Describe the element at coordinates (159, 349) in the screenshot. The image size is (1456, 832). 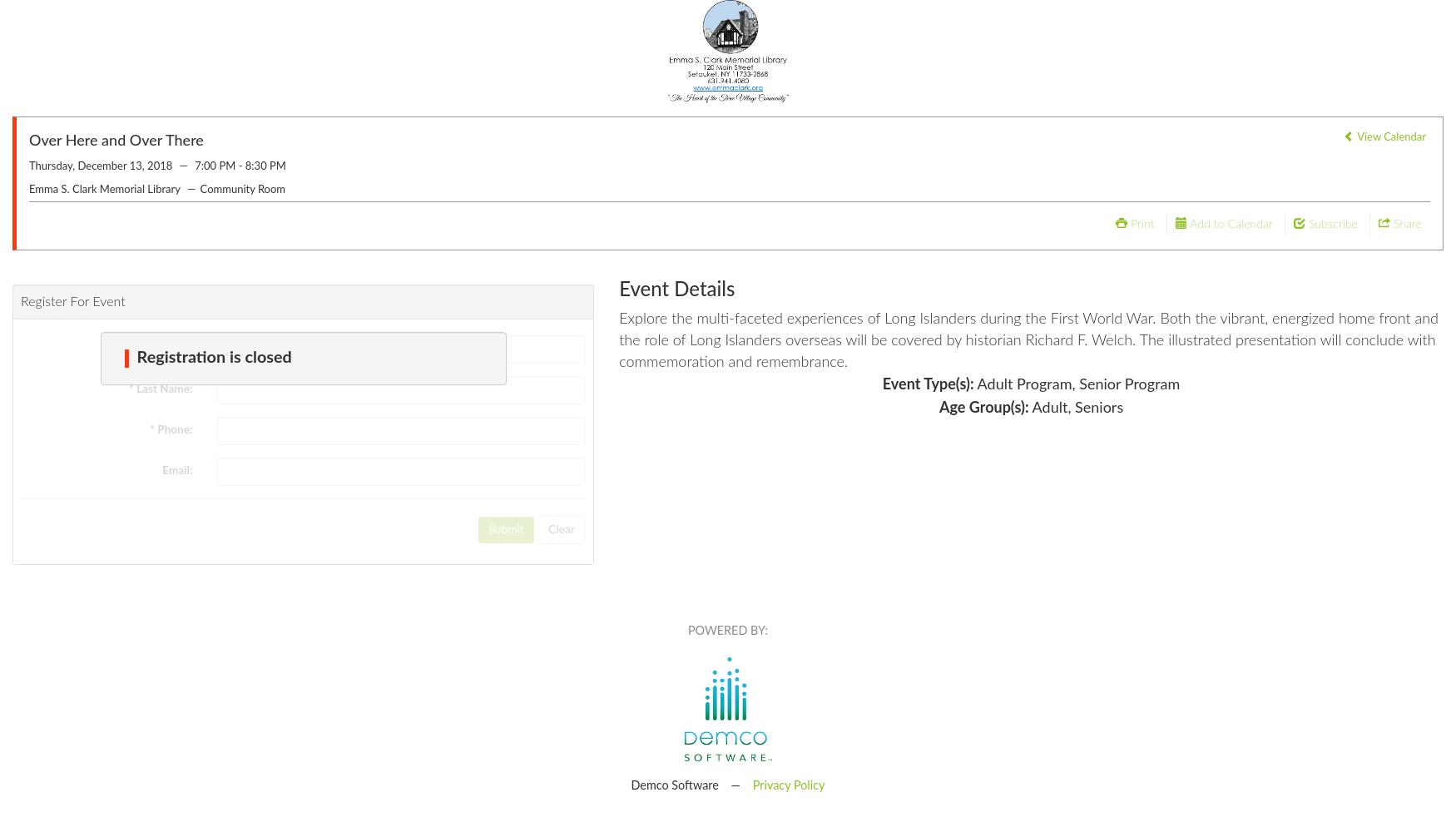
I see `'* First Name:'` at that location.